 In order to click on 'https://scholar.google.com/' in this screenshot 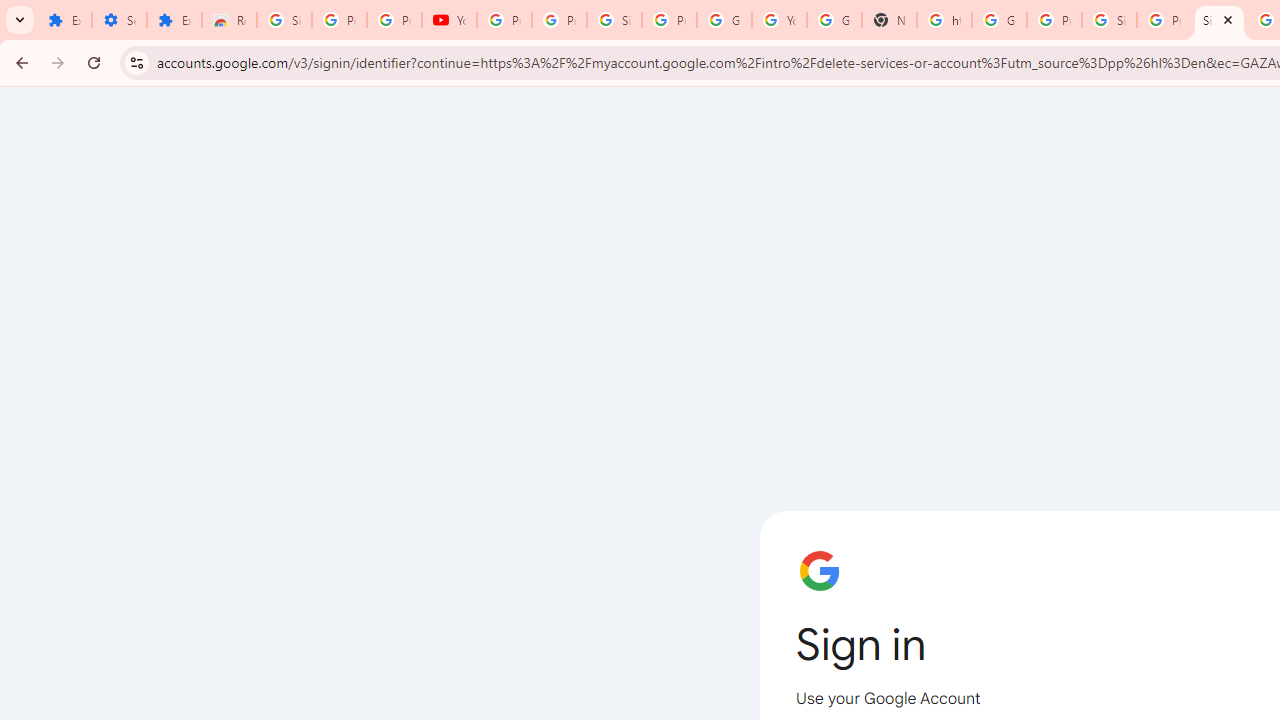, I will do `click(943, 20)`.